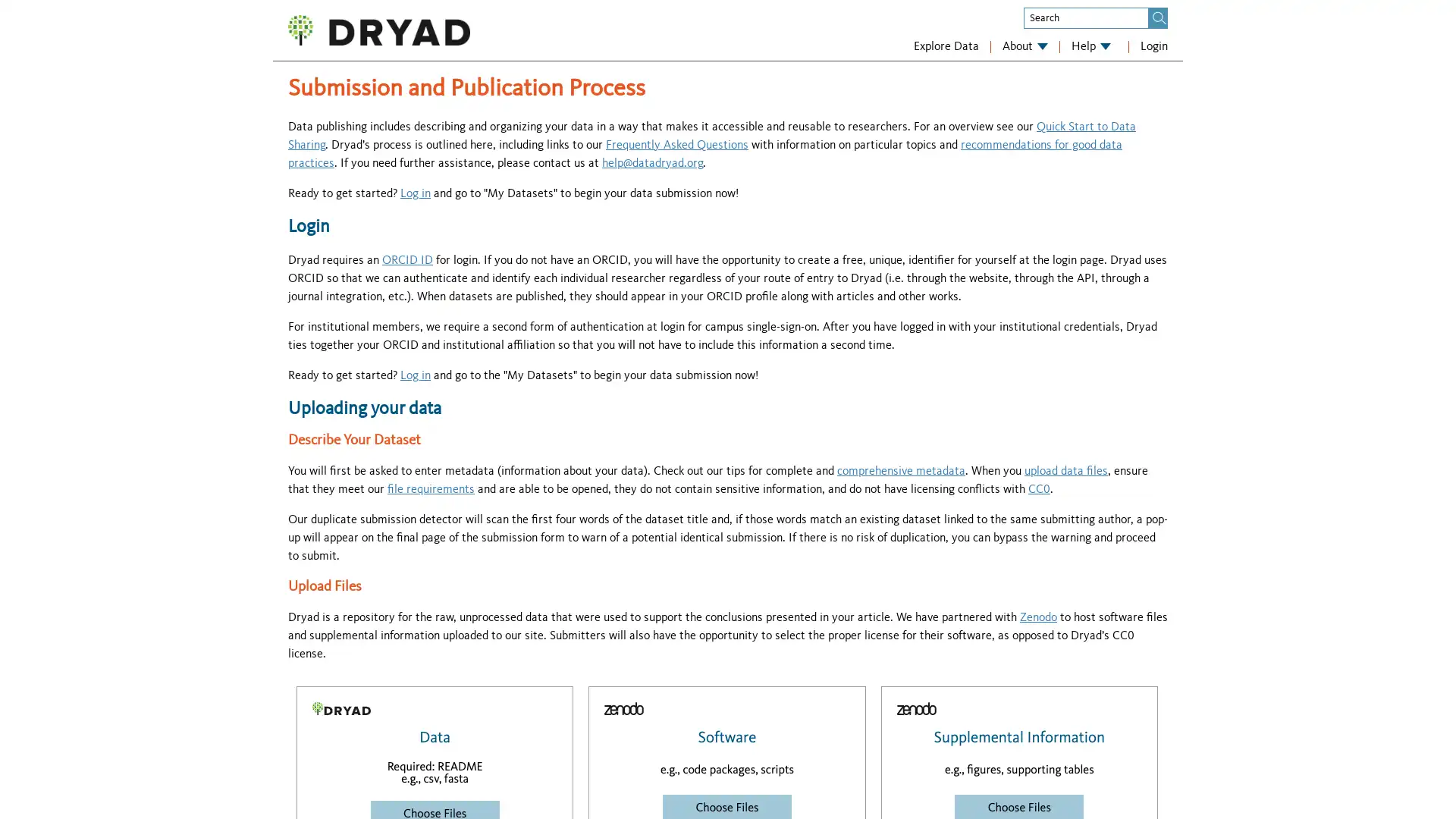 Image resolution: width=1456 pixels, height=819 pixels. Describe the element at coordinates (1158, 17) in the screenshot. I see `Submit search` at that location.